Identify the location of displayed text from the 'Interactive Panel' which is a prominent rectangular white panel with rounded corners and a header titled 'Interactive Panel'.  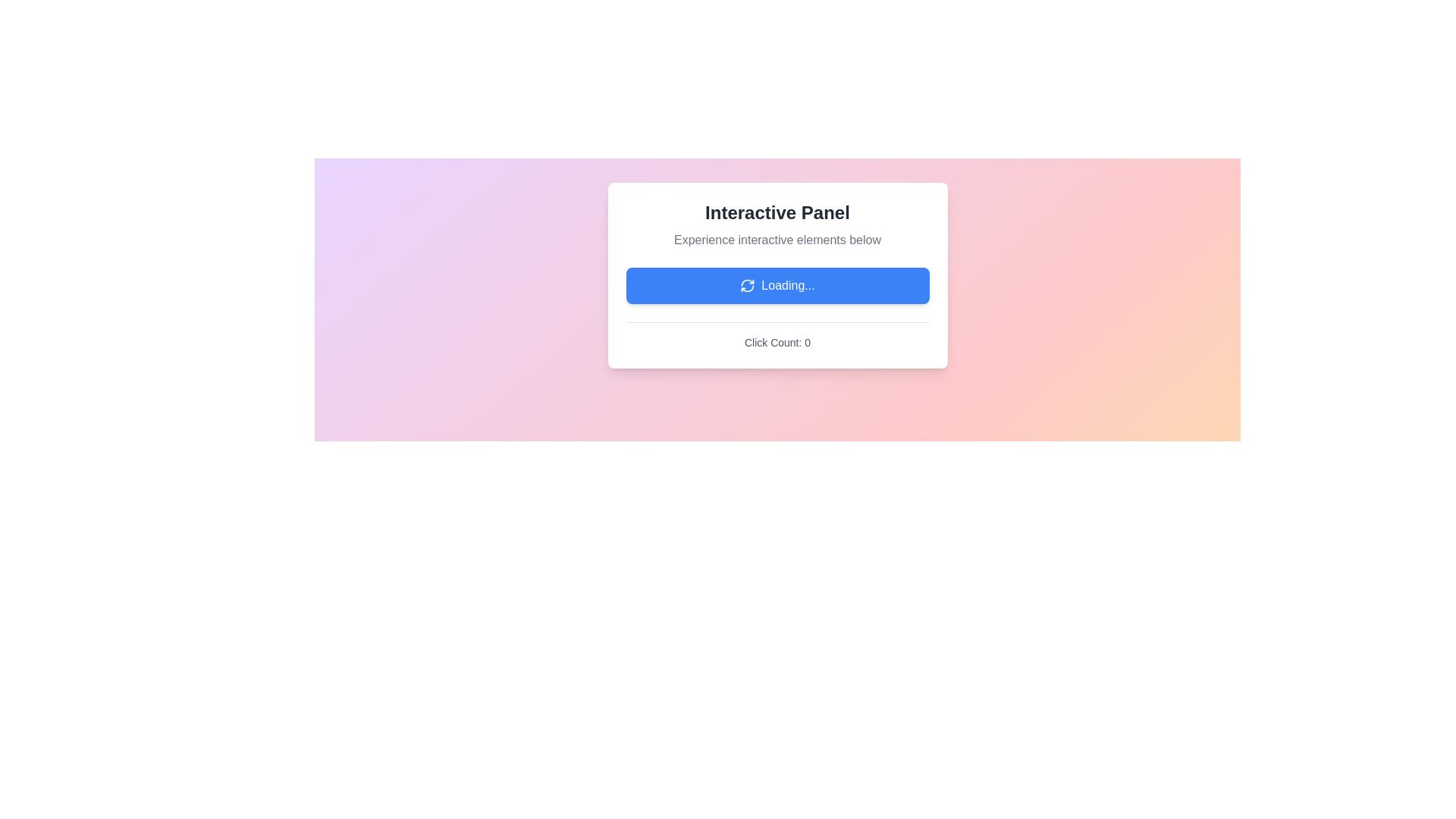
(777, 275).